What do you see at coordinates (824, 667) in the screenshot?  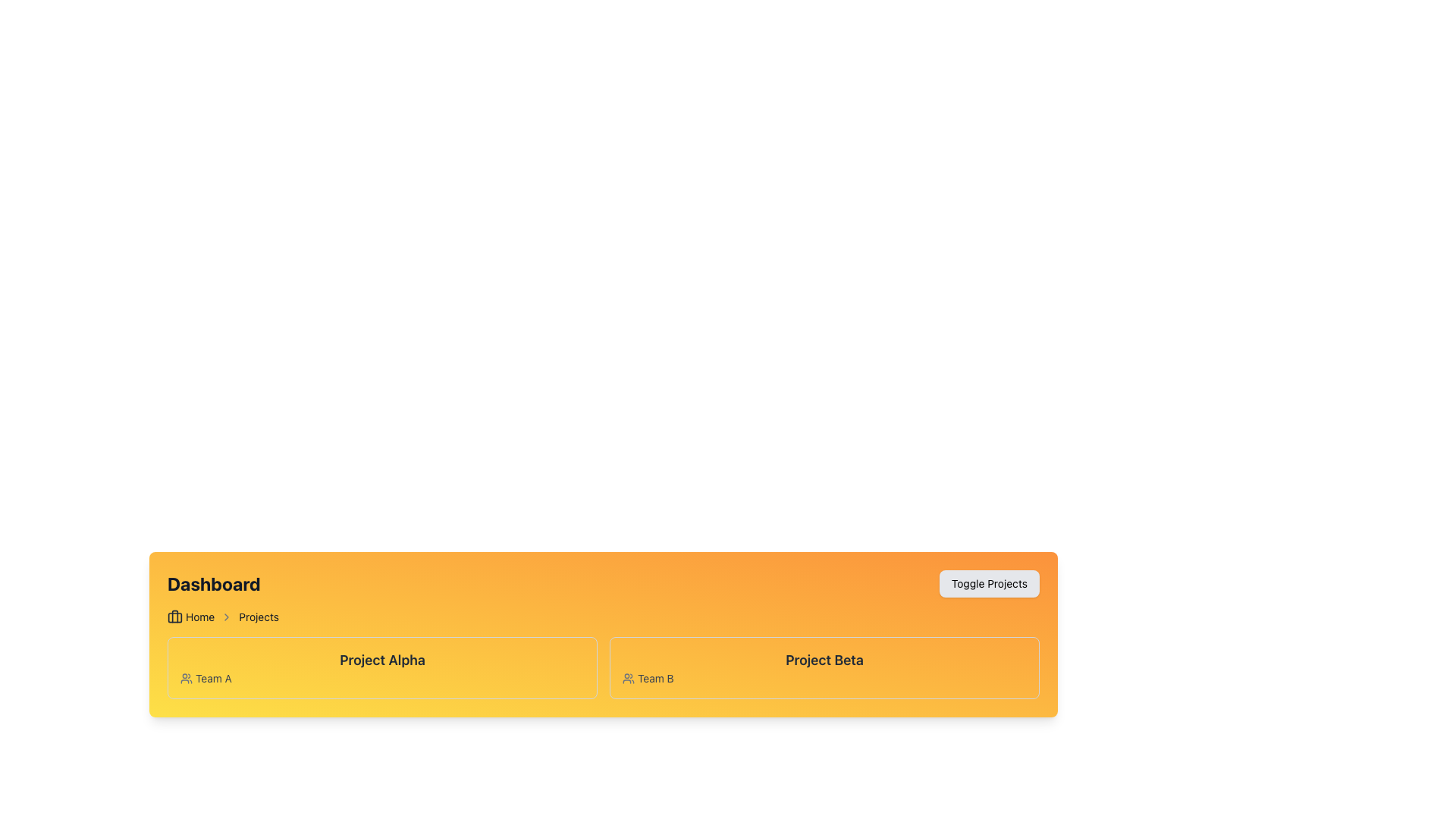 I see `the Card component representing 'Project Beta' associated with 'Team B' in the project dashboard interface` at bounding box center [824, 667].